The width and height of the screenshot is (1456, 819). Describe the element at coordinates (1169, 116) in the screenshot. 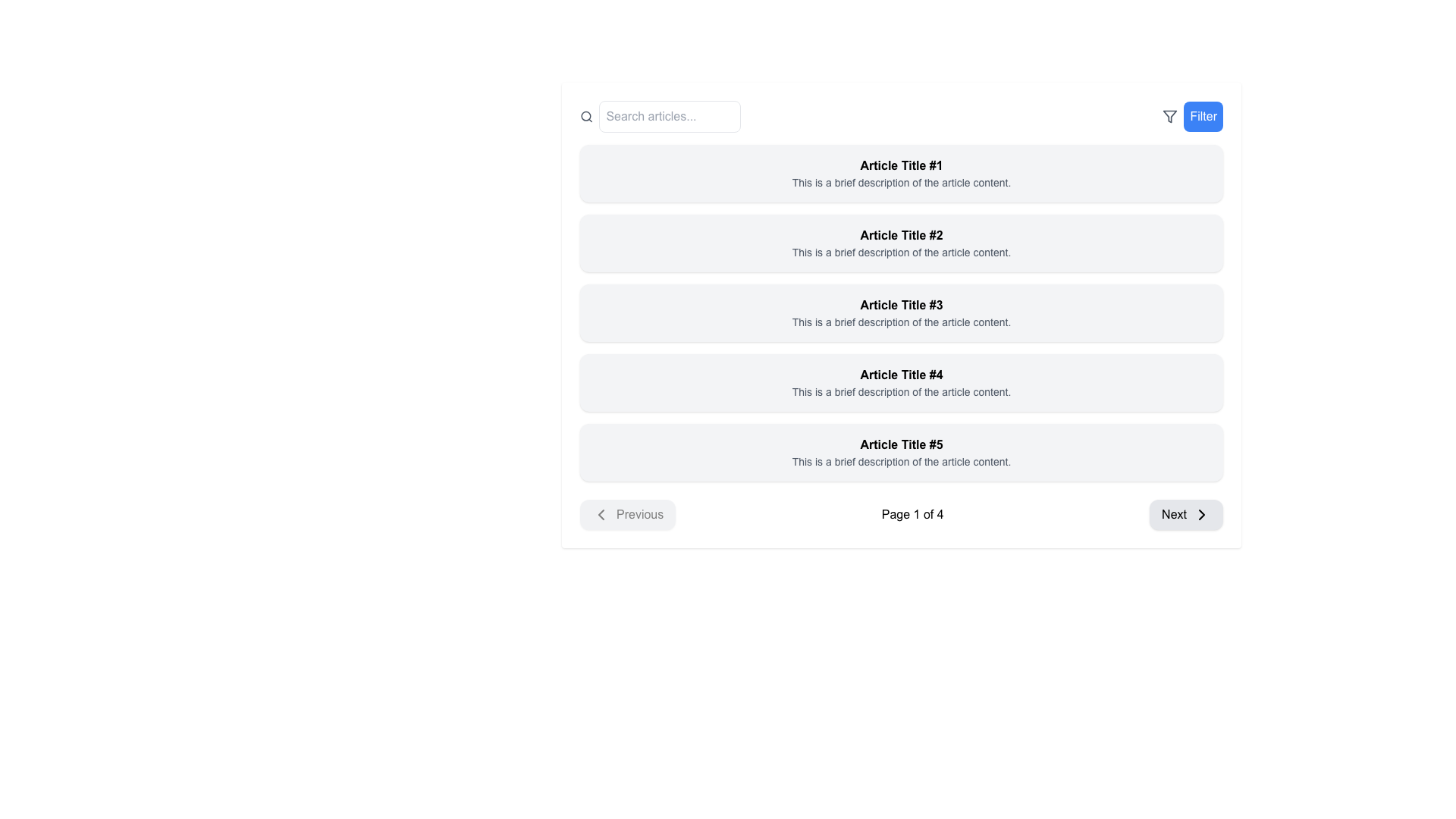

I see `the filter funnel SVG icon located in the top-right corner of the interface, immediately left of the 'Filter' button, to interact with the associated filtering functionality` at that location.